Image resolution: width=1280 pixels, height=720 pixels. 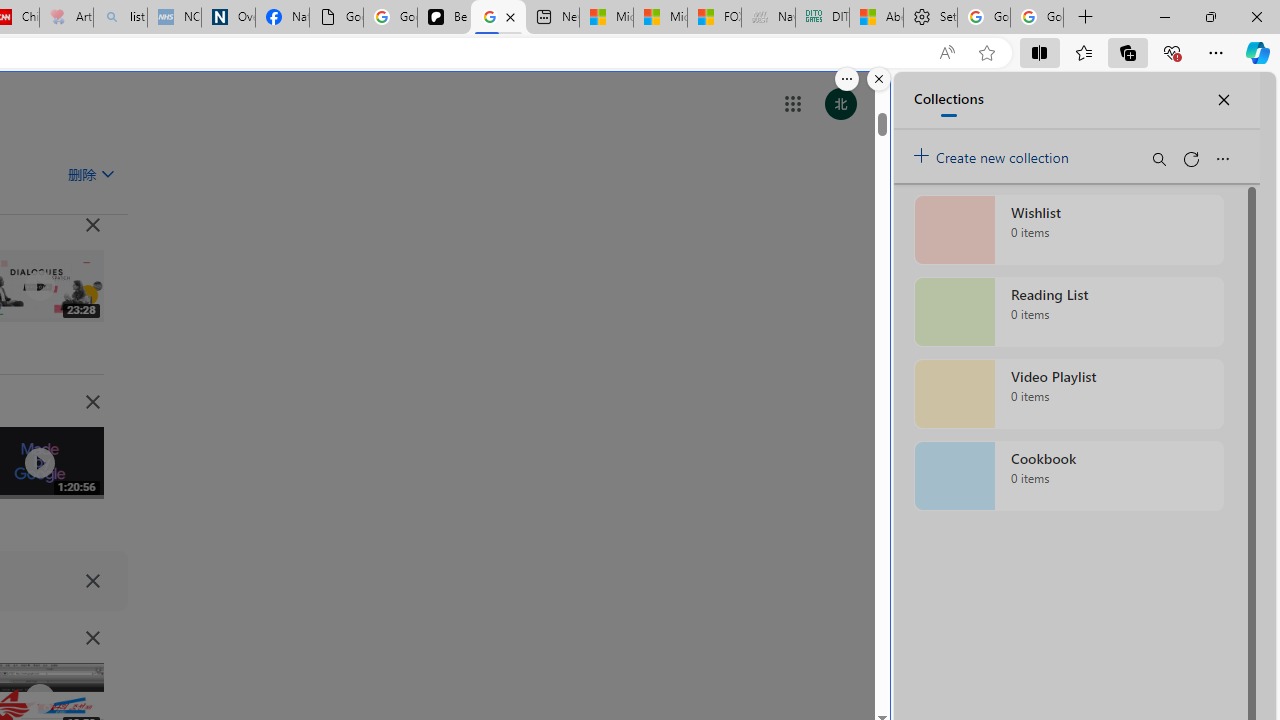 I want to click on 'Class: asE2Ub NMm5M', so click(x=106, y=172).